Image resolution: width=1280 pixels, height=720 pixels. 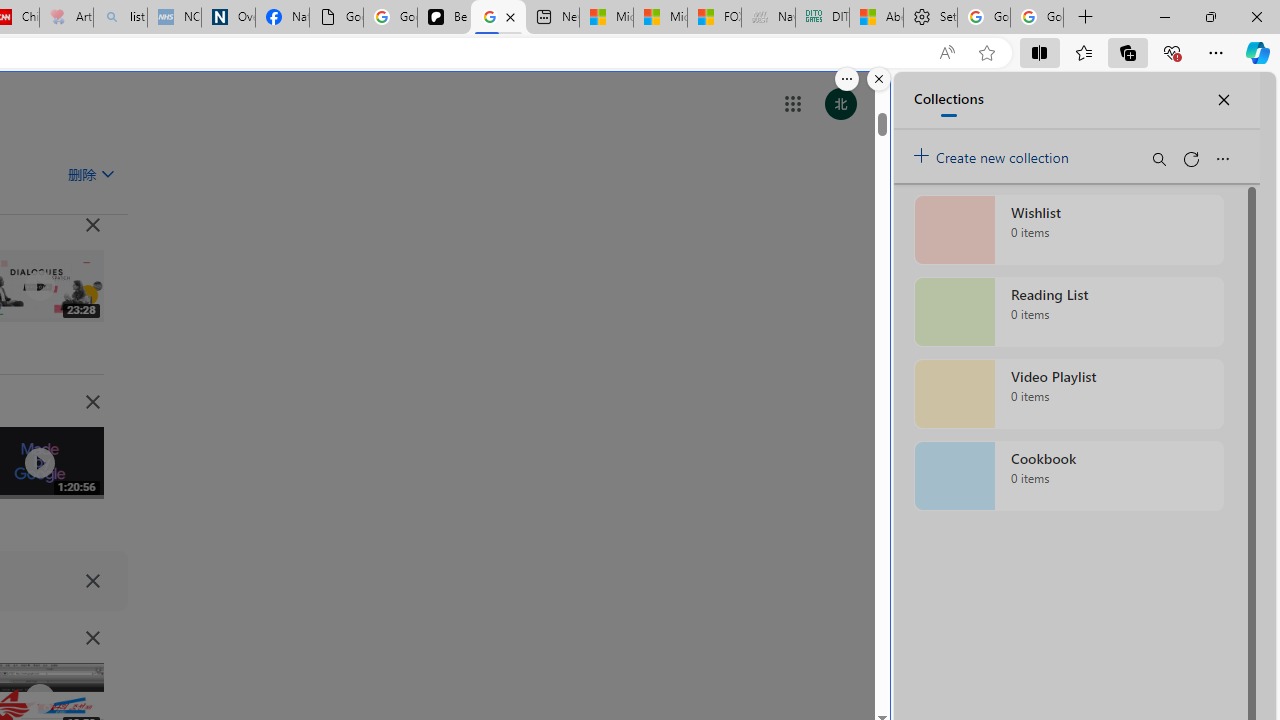 I want to click on 'Class: asE2Ub NMm5M', so click(x=106, y=172).